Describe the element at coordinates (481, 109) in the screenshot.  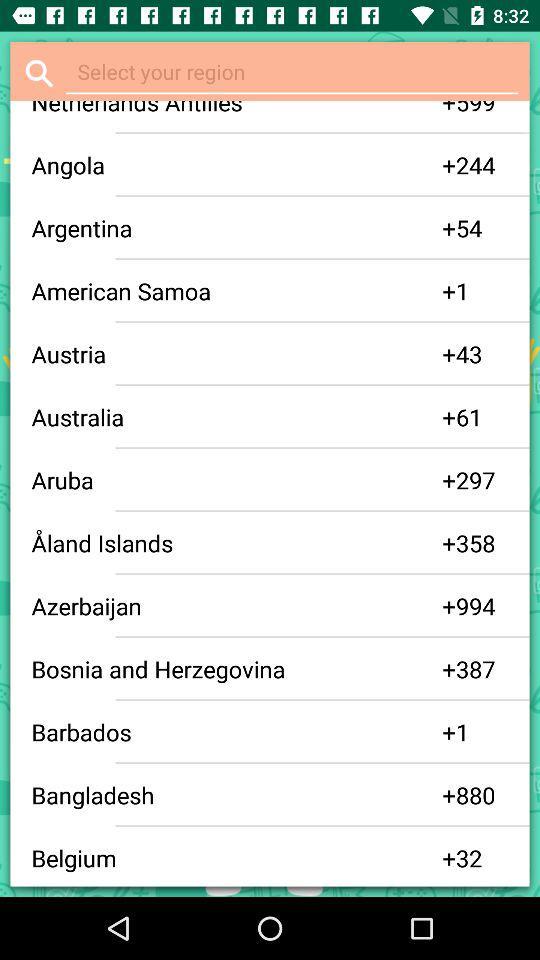
I see `the item to the right of +` at that location.